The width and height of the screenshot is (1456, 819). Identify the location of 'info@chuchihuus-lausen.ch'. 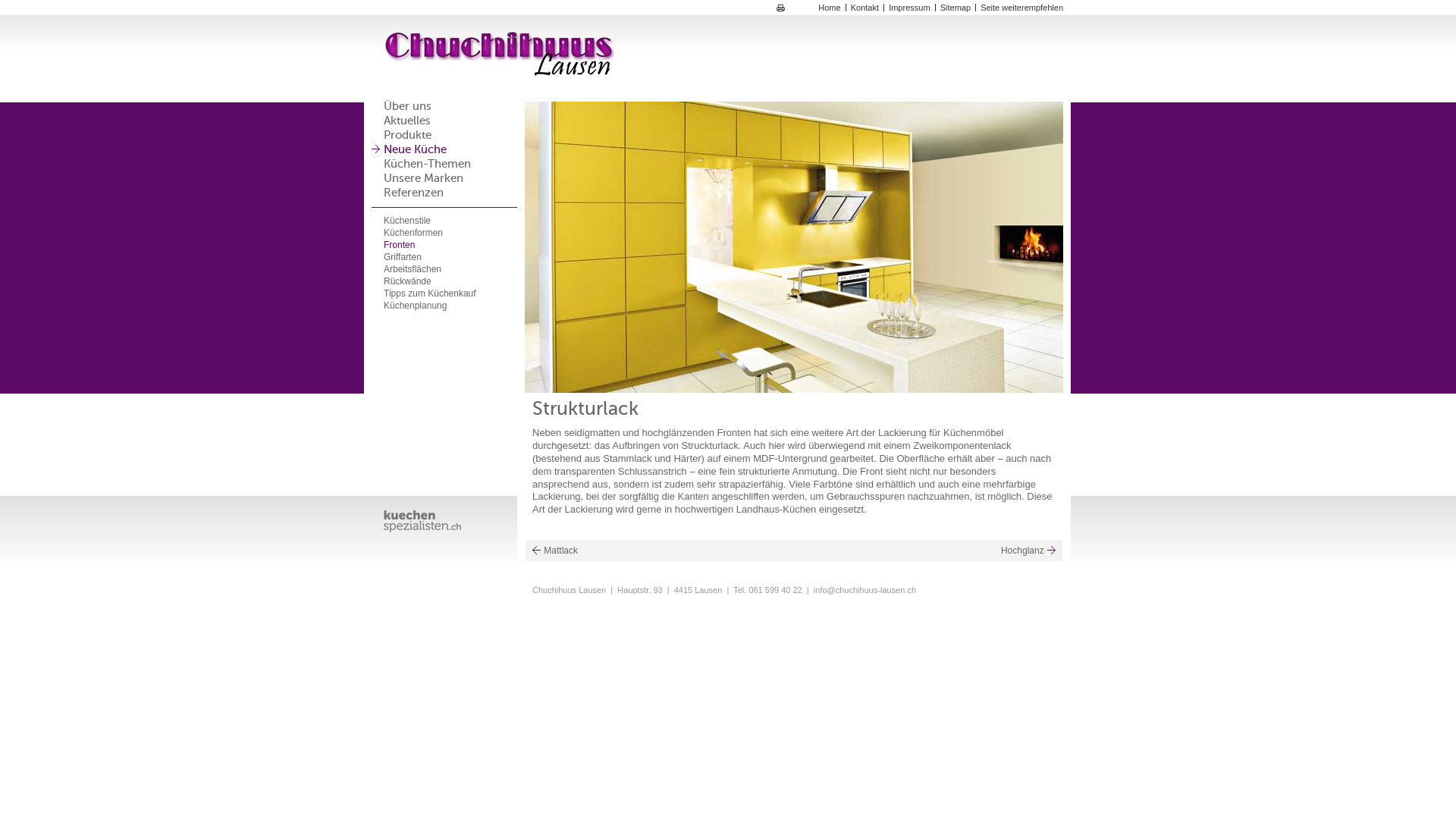
(864, 589).